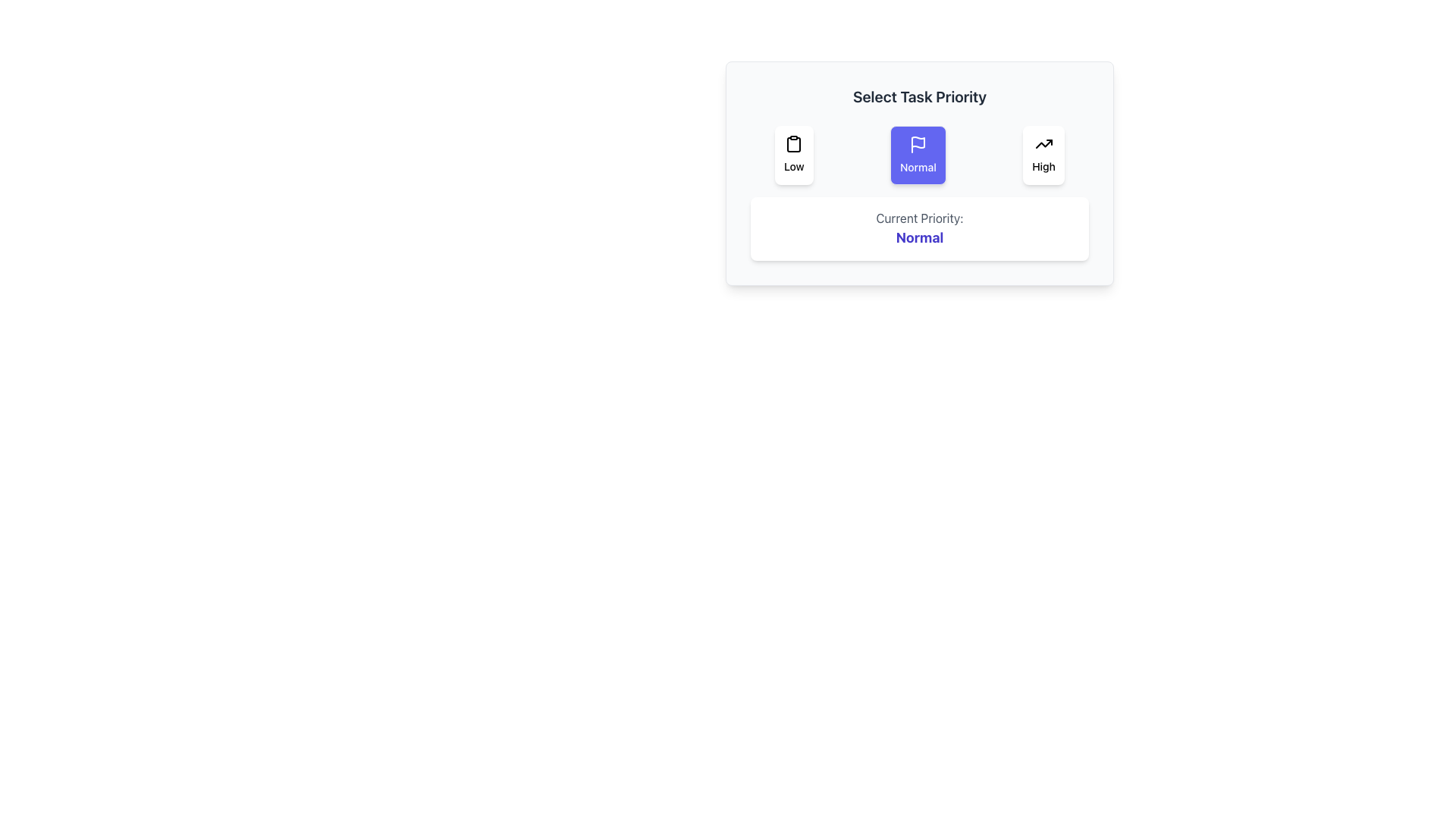  I want to click on the text header labeled 'Select Task Priority', which is styled in bold and larger gray font at the top of the task prioritization interface, so click(919, 96).